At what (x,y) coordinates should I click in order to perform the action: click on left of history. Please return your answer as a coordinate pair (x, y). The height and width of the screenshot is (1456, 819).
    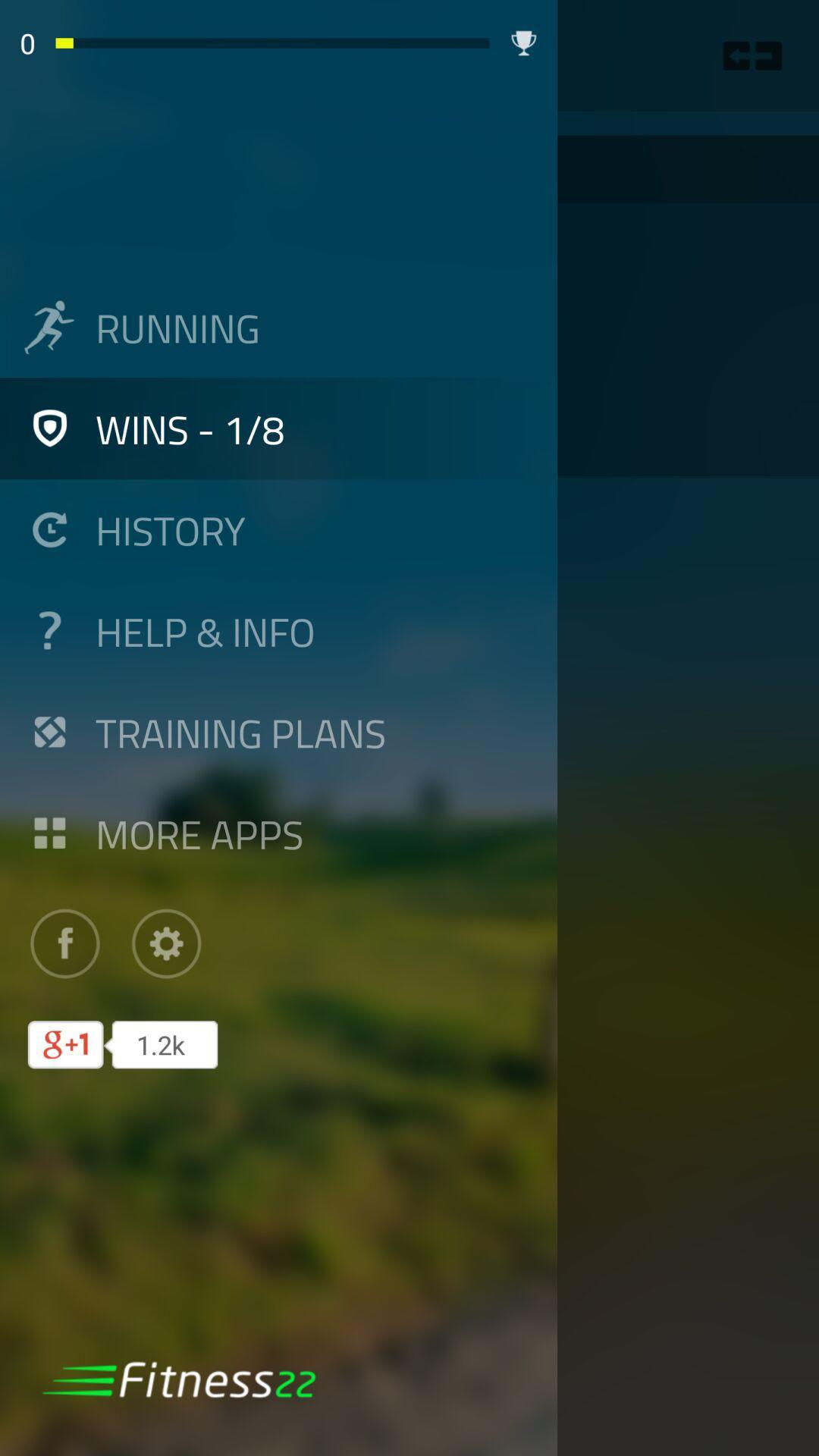
    Looking at the image, I should click on (49, 529).